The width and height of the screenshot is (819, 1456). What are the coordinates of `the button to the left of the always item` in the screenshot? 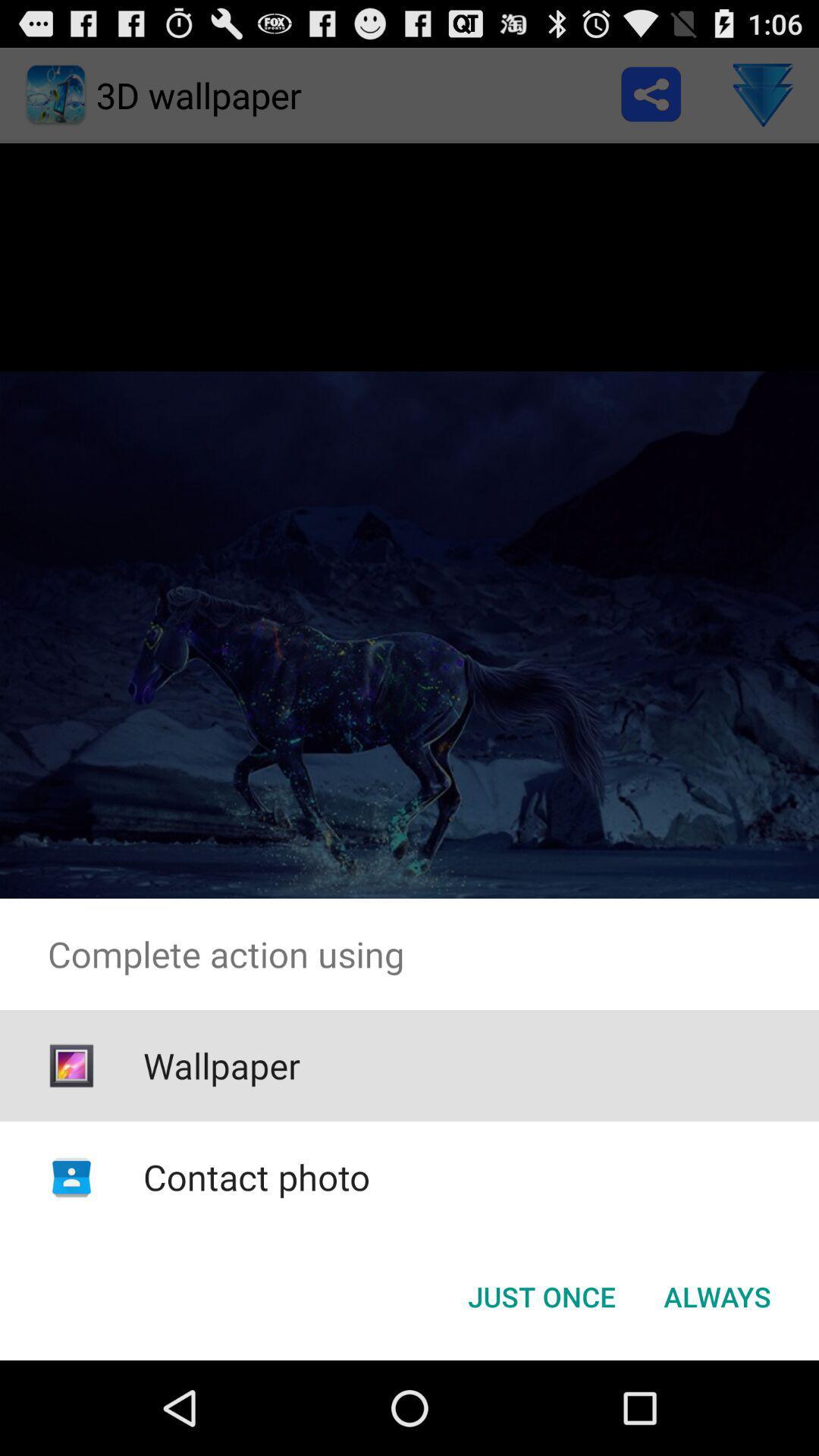 It's located at (541, 1295).